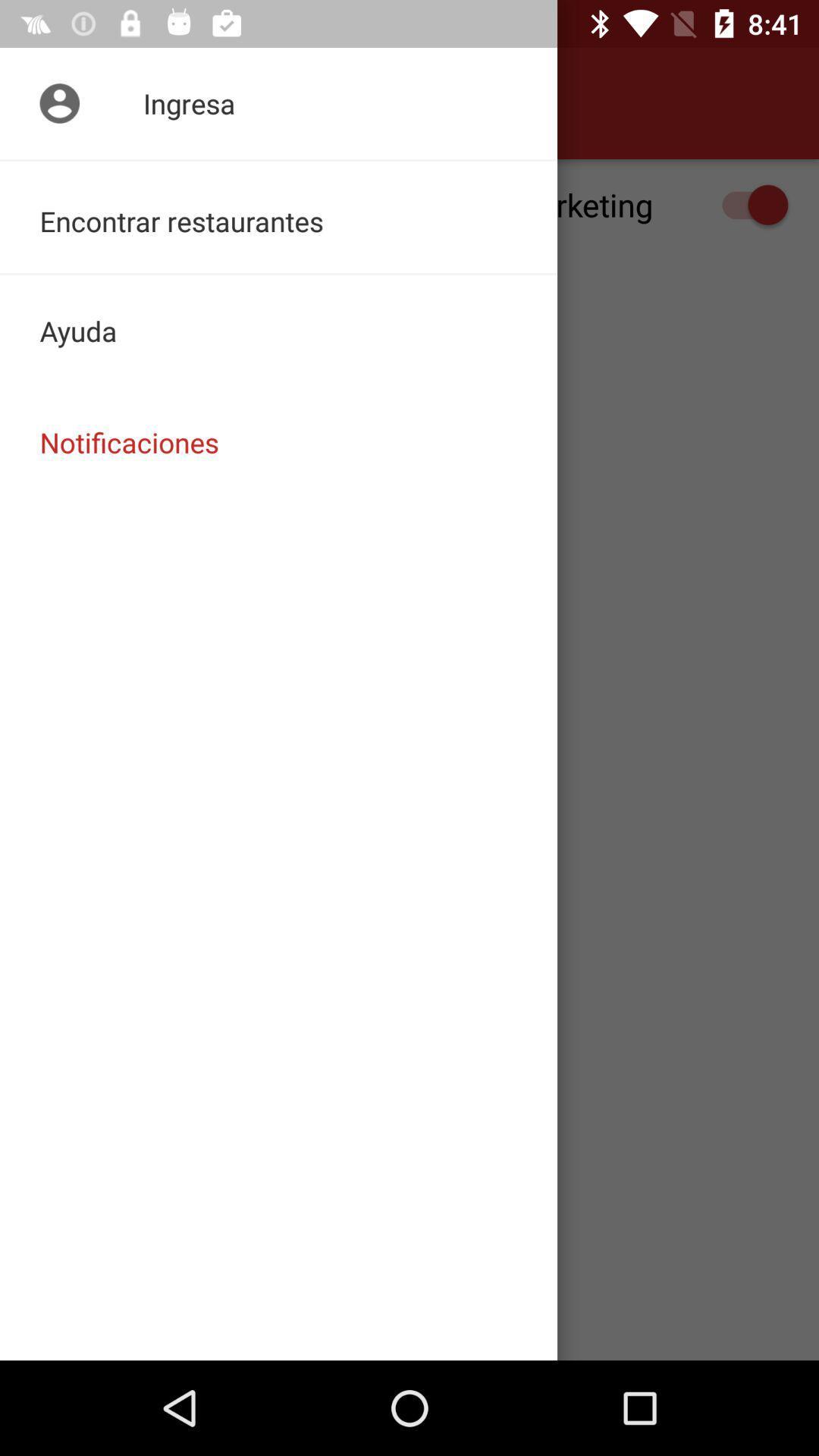  What do you see at coordinates (278, 330) in the screenshot?
I see `the icon above the notificaciones icon` at bounding box center [278, 330].